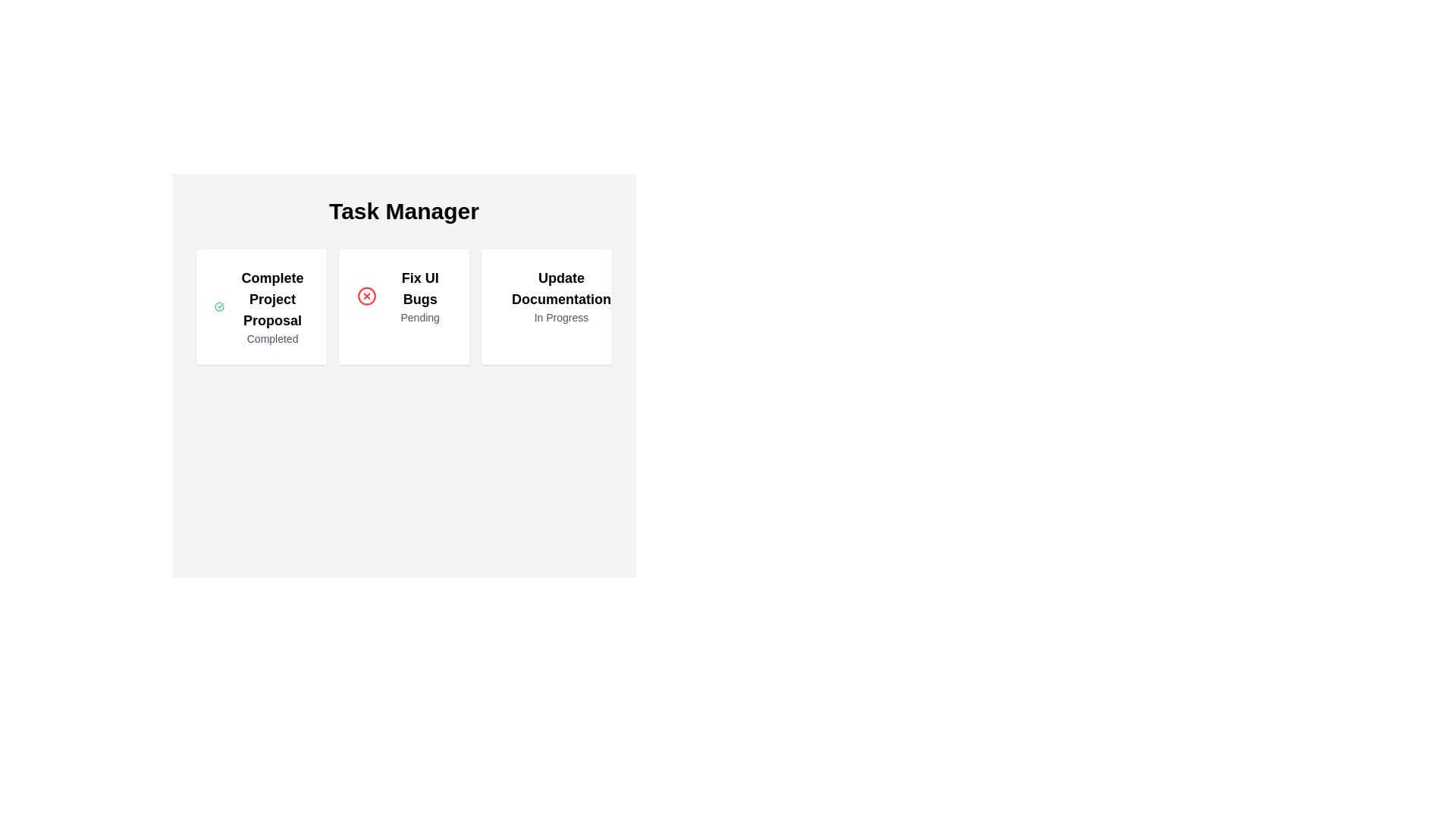 This screenshot has height=819, width=1456. Describe the element at coordinates (218, 307) in the screenshot. I see `the green checkmark SVG icon within the 'Complete Project Proposal - Completed' content block, located at the leftmost side of the task items under the 'Task Manager' heading` at that location.